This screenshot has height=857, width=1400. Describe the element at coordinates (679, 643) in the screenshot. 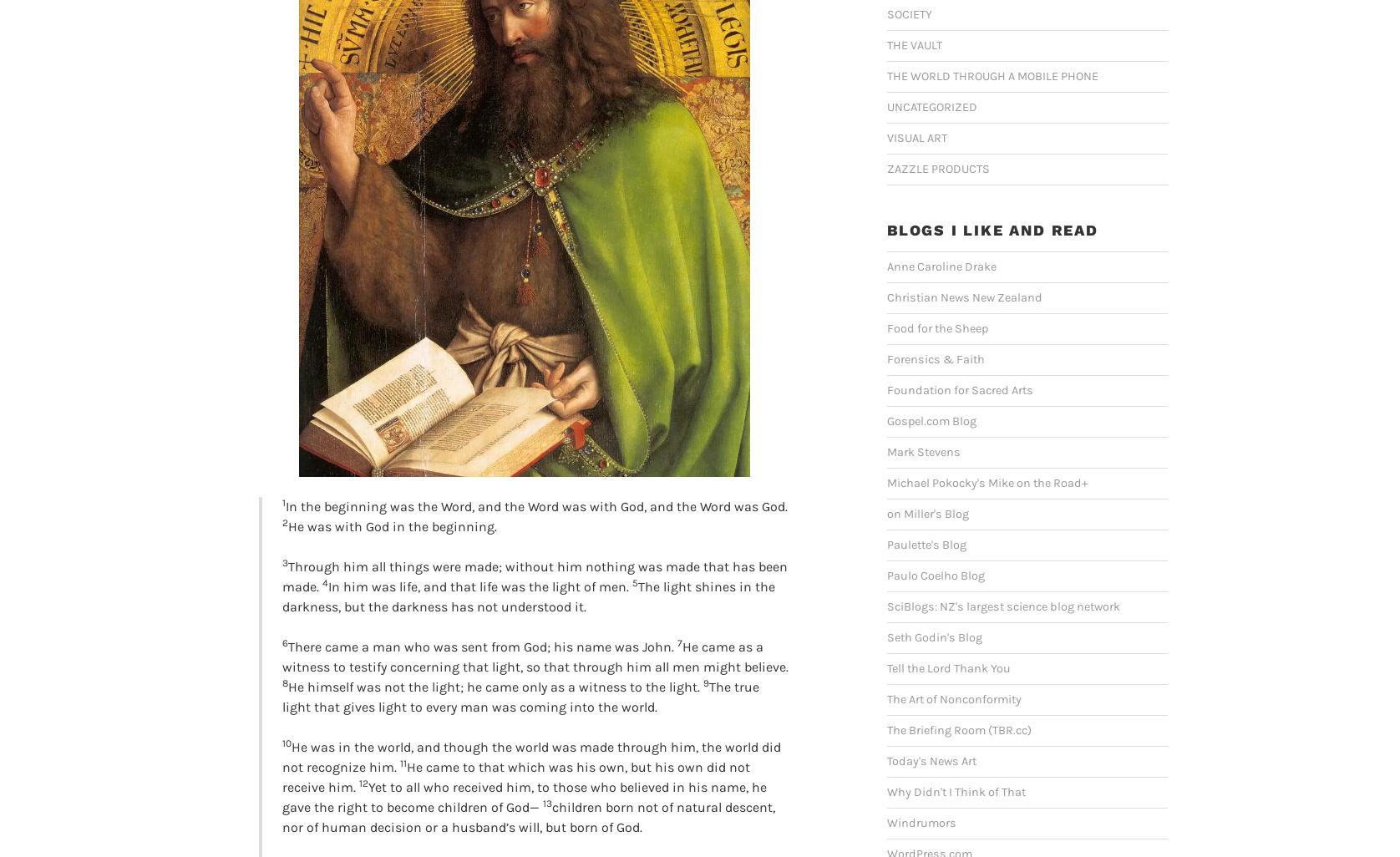

I see `'7'` at that location.